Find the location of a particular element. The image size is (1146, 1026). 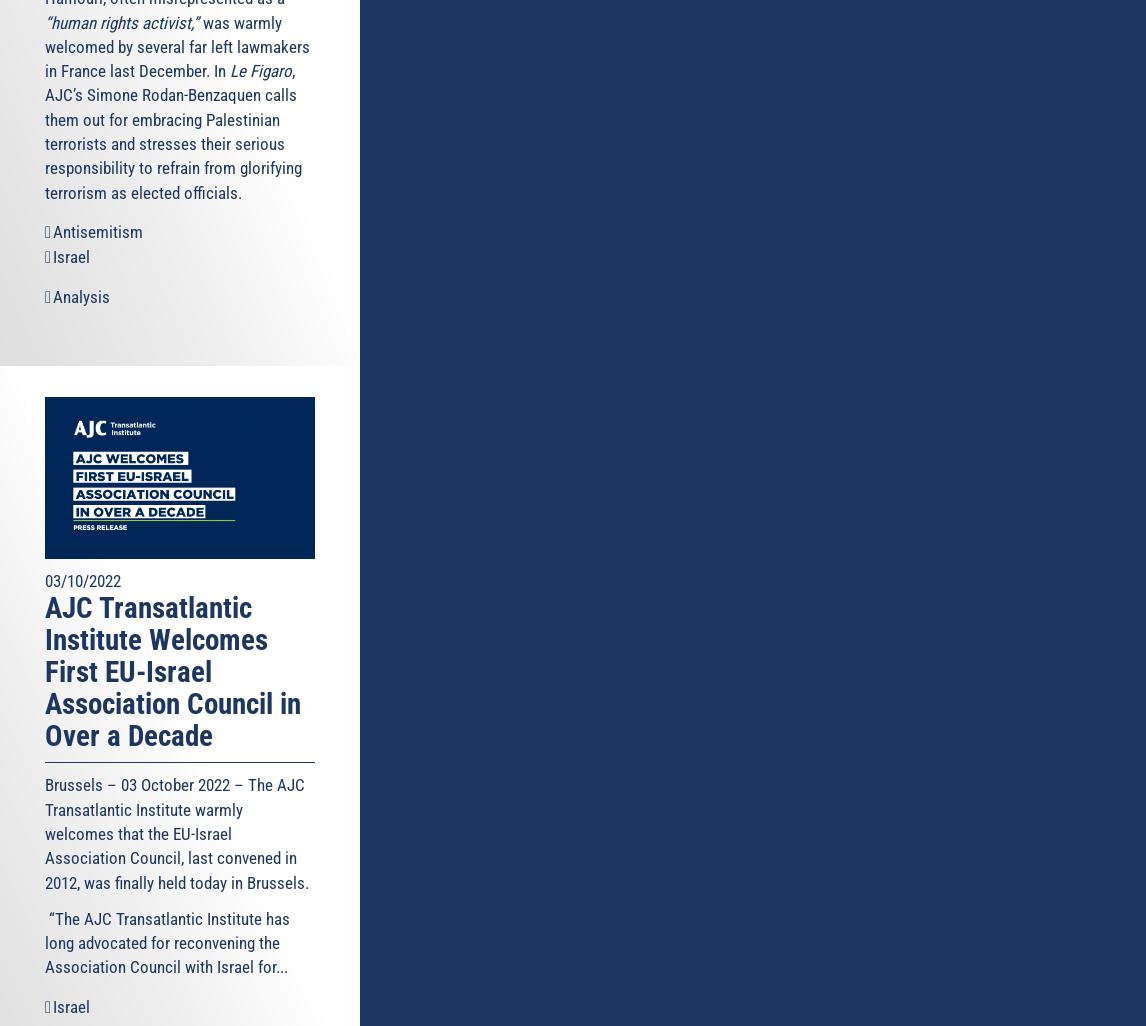

'AJC Transatlantic Institute Welcomes First EU-Israel Association Council in Over a Decade' is located at coordinates (45, 670).